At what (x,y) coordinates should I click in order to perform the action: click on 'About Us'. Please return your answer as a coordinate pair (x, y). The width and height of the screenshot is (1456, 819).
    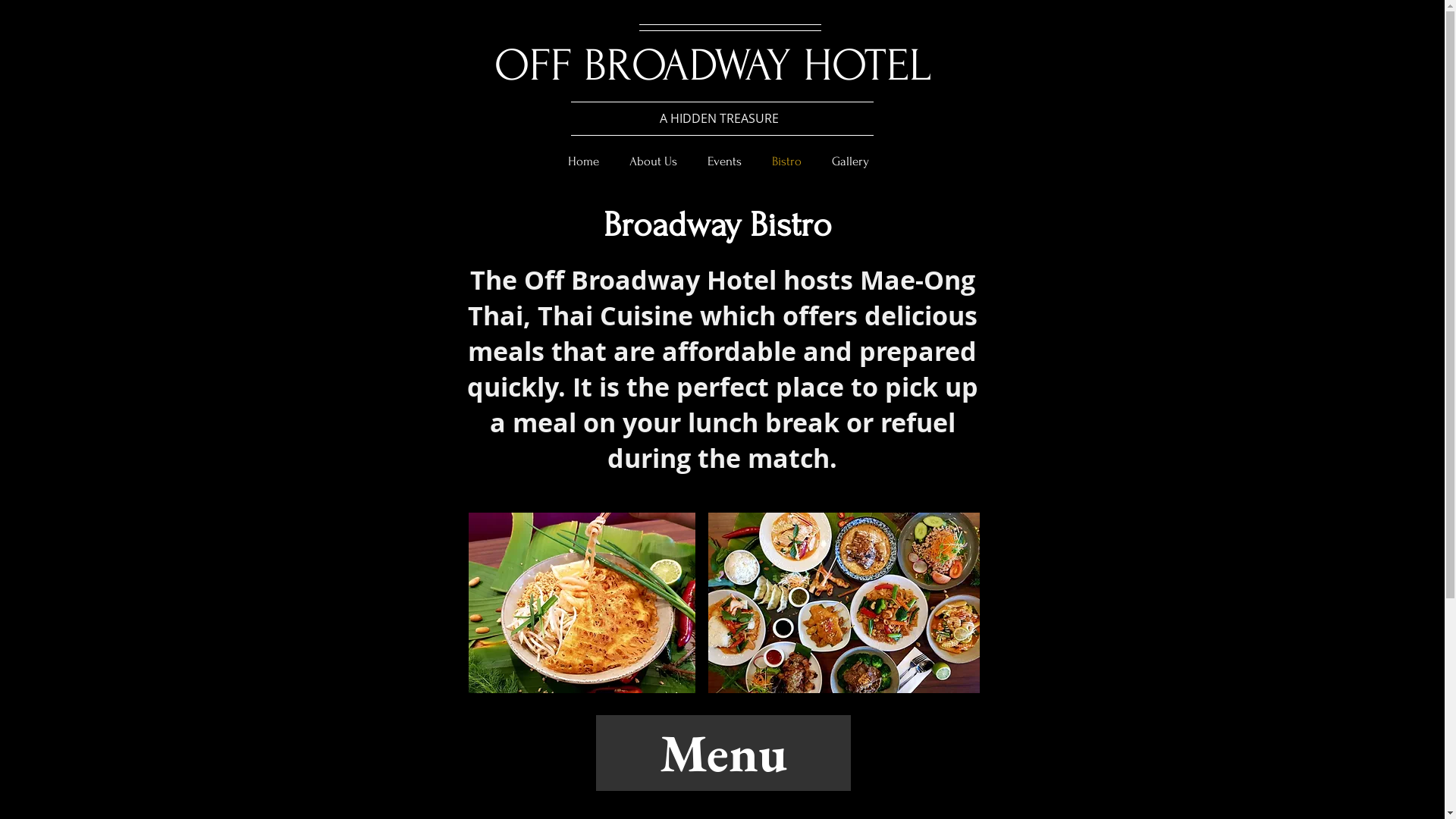
    Looking at the image, I should click on (653, 161).